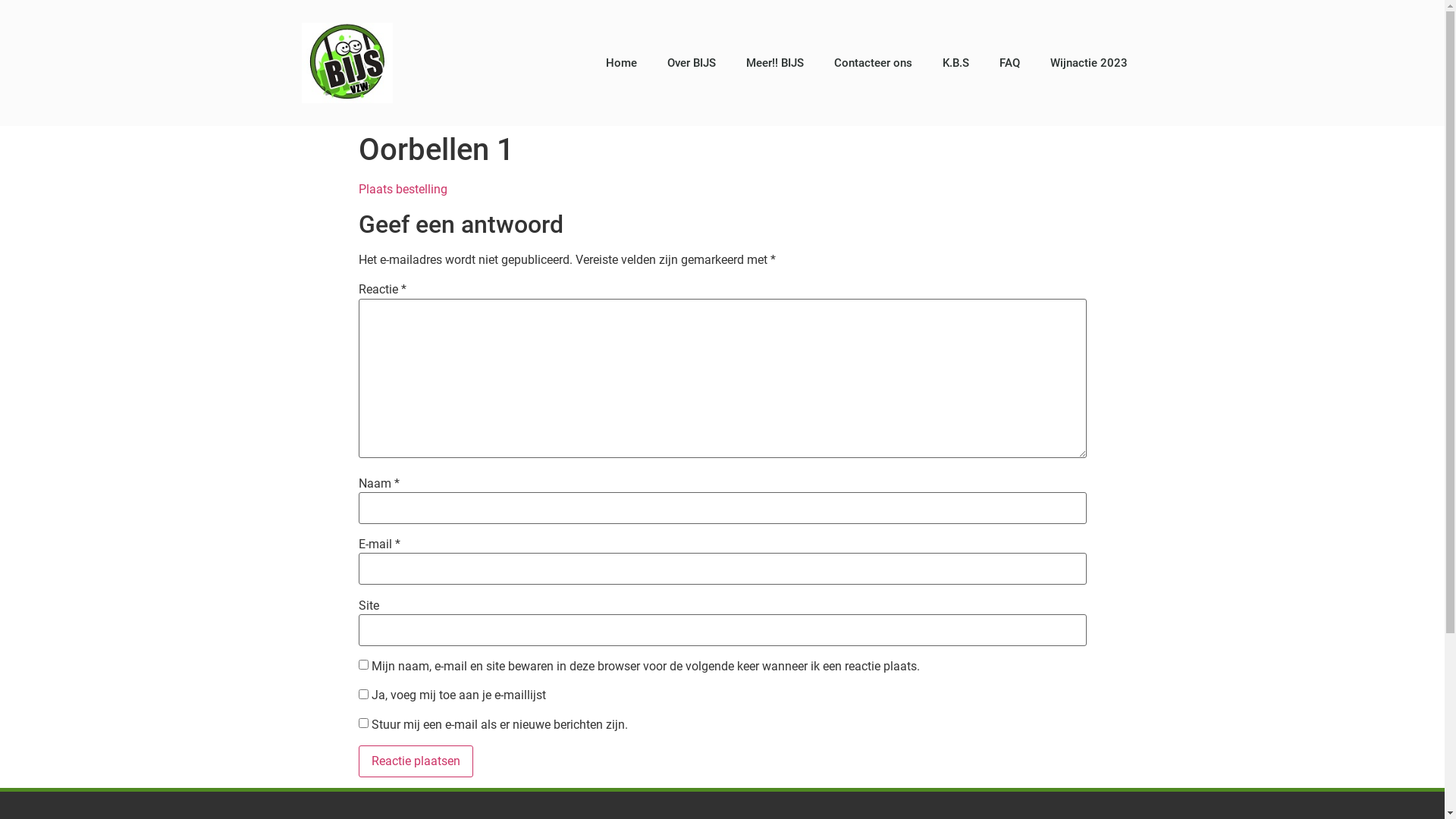  Describe the element at coordinates (356, 188) in the screenshot. I see `'Plaats bestelling'` at that location.